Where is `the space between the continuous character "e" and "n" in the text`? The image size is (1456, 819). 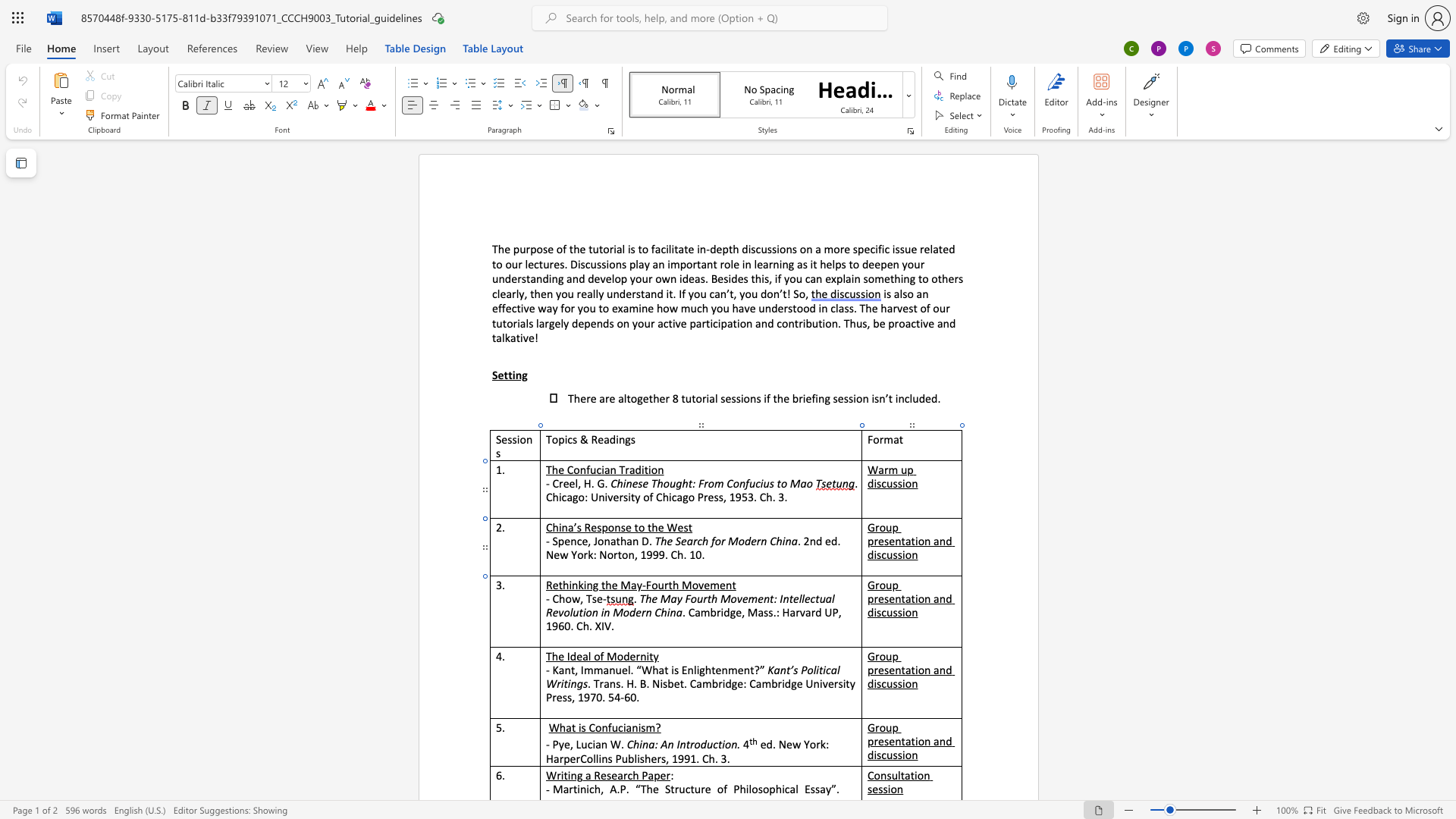
the space between the continuous character "e" and "n" in the text is located at coordinates (895, 540).